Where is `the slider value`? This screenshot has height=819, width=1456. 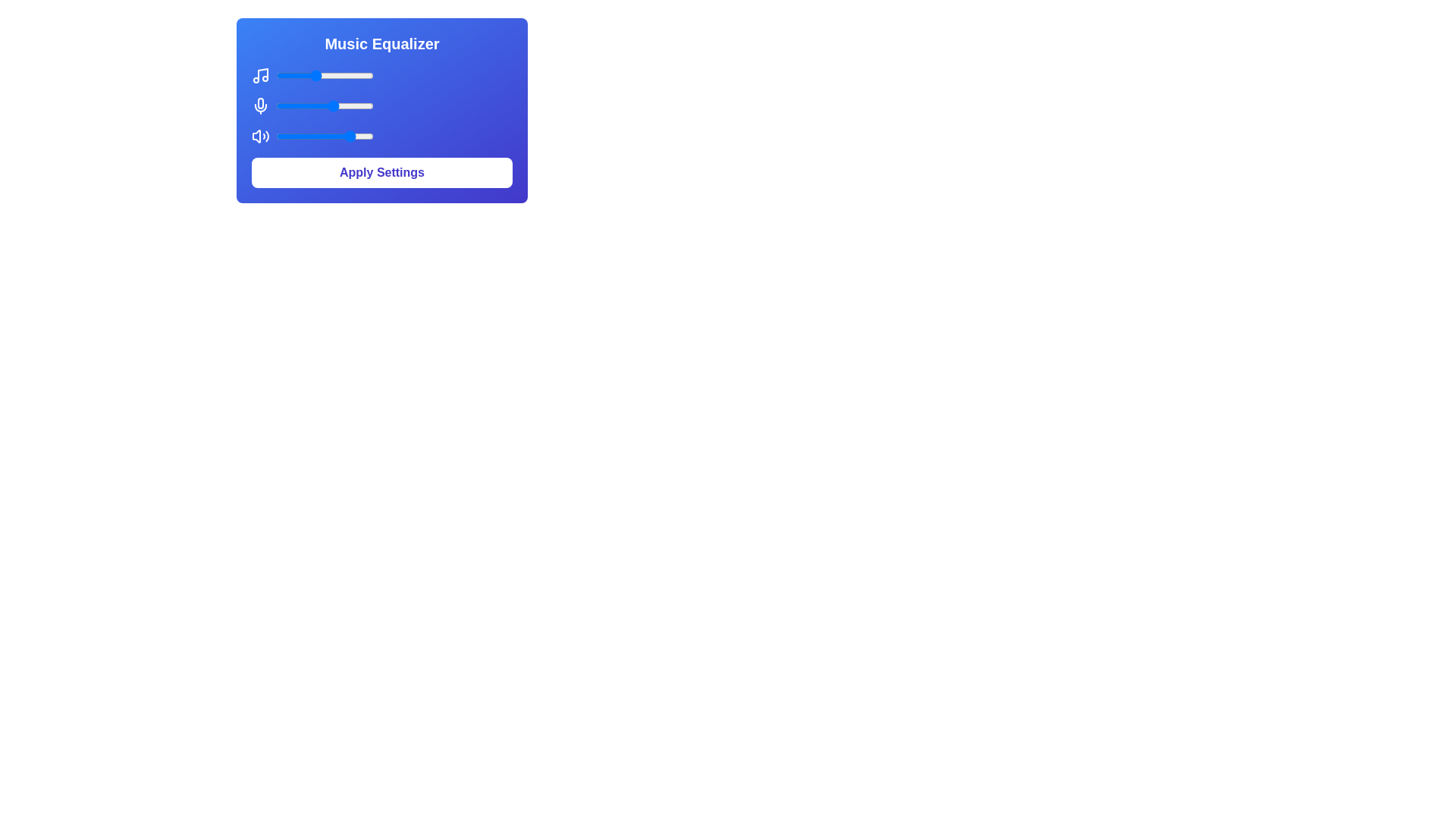
the slider value is located at coordinates (309, 136).